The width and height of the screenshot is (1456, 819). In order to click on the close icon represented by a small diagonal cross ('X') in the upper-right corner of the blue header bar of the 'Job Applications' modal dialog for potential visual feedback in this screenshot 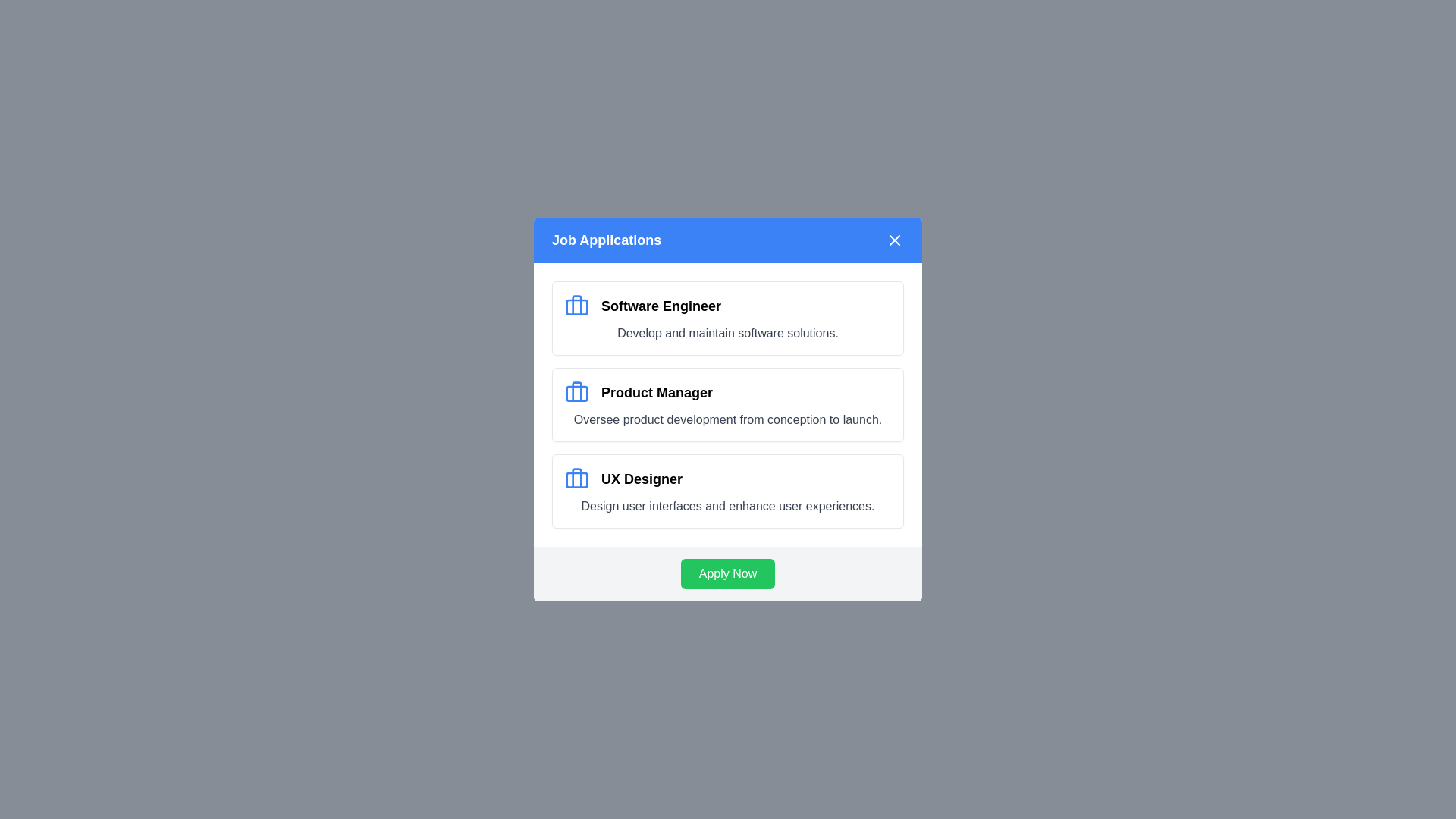, I will do `click(895, 239)`.